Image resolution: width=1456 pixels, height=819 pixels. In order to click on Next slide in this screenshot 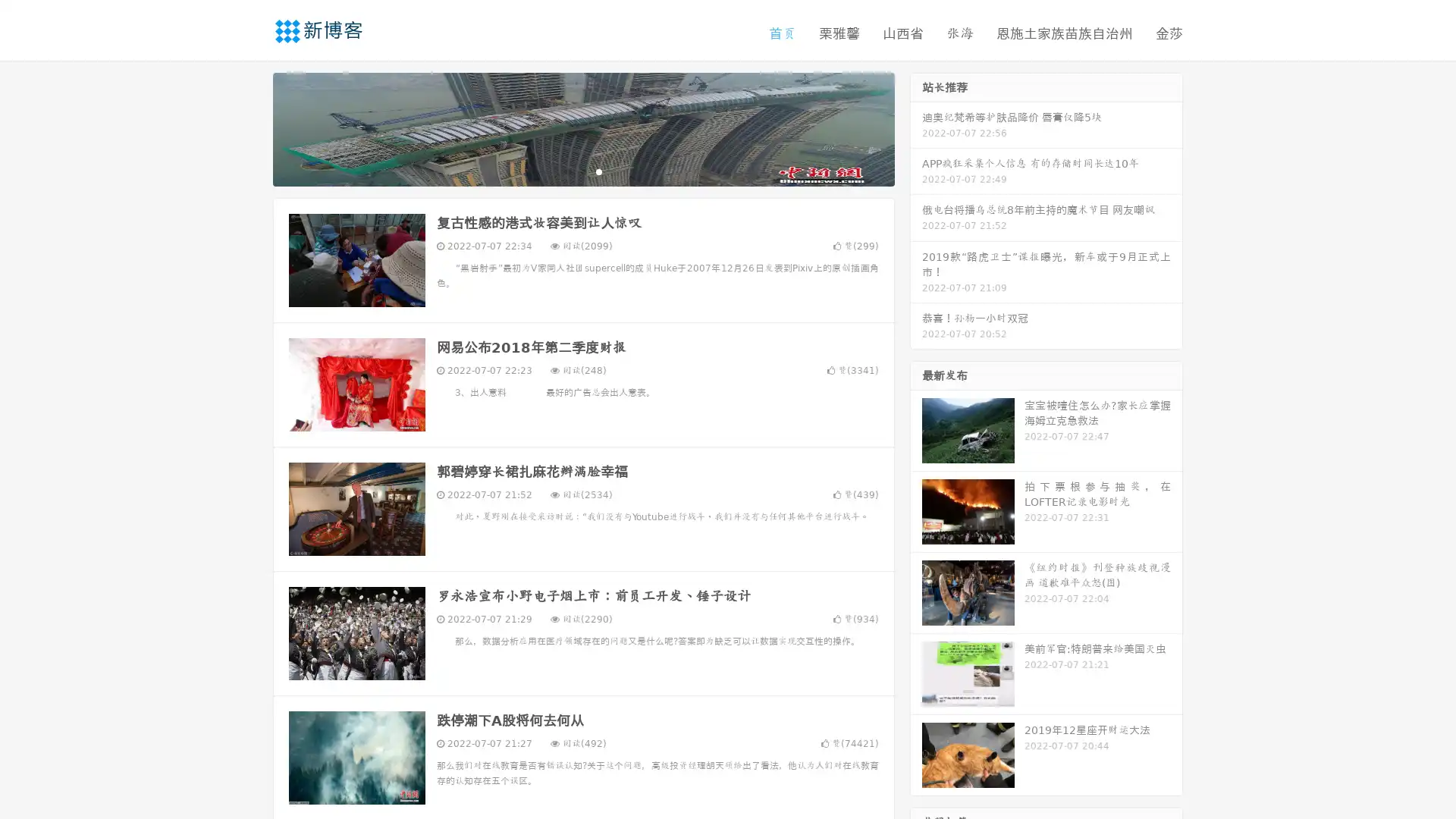, I will do `click(916, 127)`.